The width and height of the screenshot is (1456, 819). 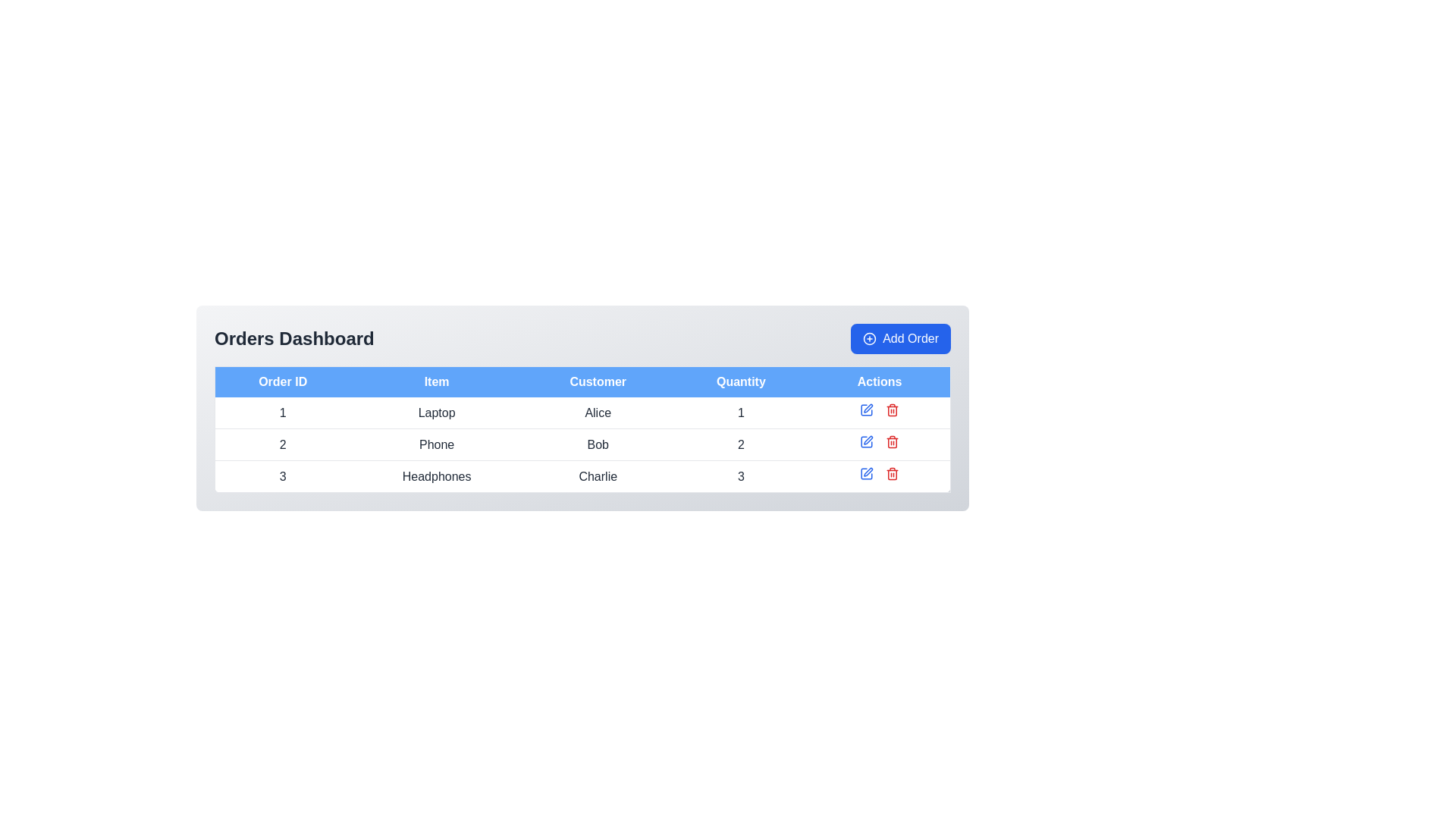 I want to click on the delete icon in the Actions cell of the second row for customer 'Bob', which is the fifth cell in that row, so click(x=880, y=444).